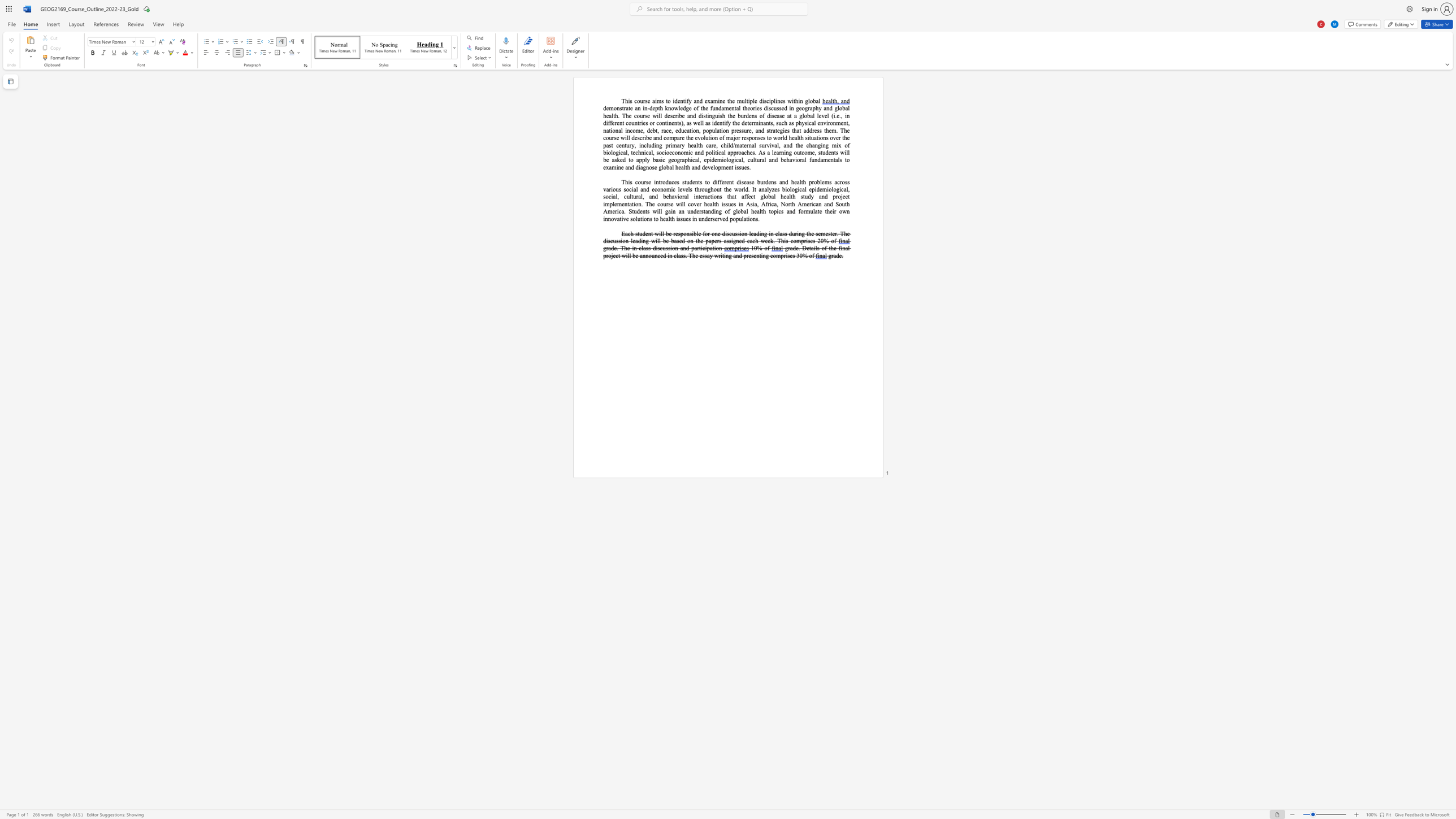 Image resolution: width=1456 pixels, height=819 pixels. Describe the element at coordinates (647, 248) in the screenshot. I see `the 1th character "s" in the text` at that location.